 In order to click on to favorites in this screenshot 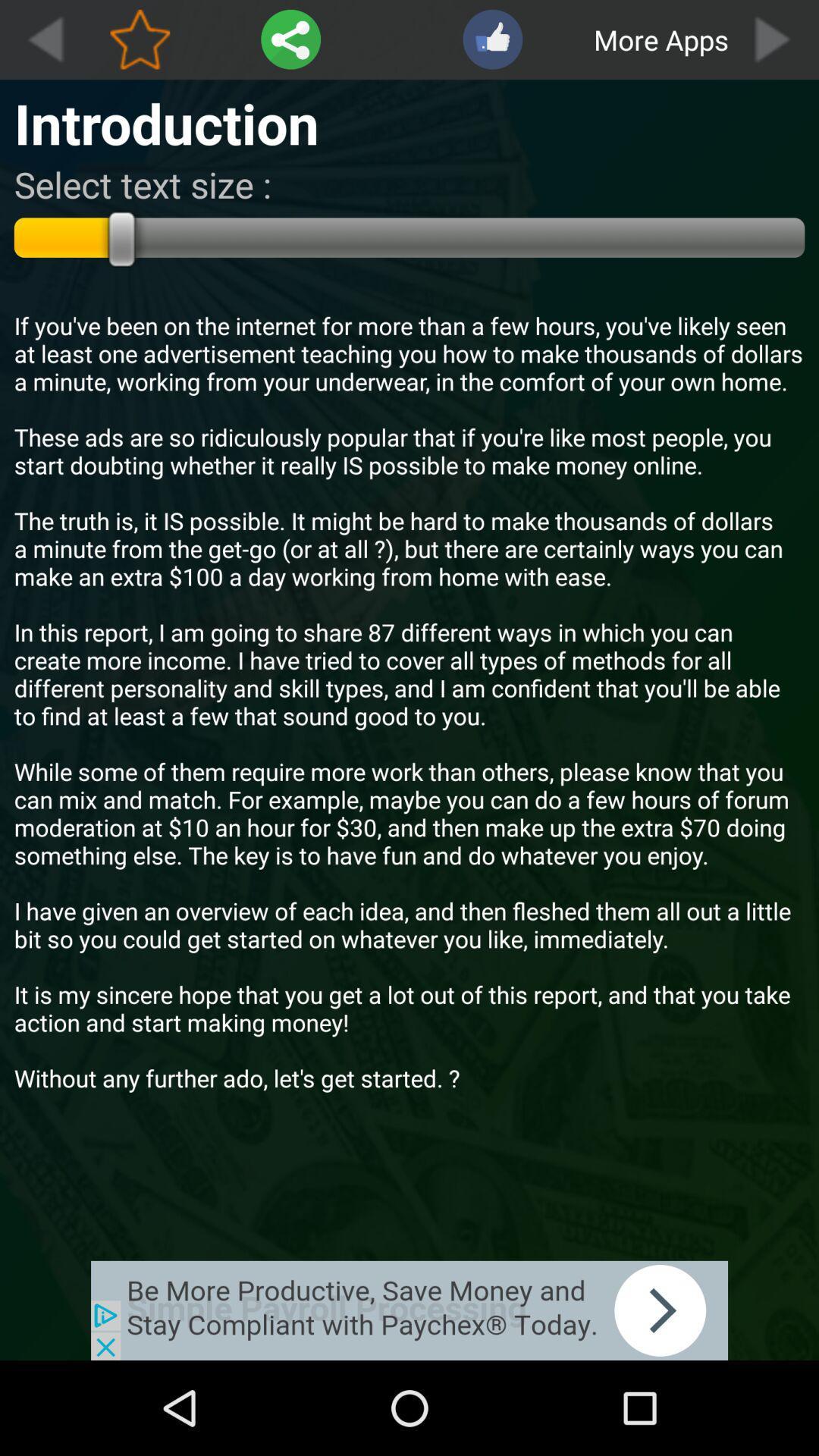, I will do `click(140, 39)`.